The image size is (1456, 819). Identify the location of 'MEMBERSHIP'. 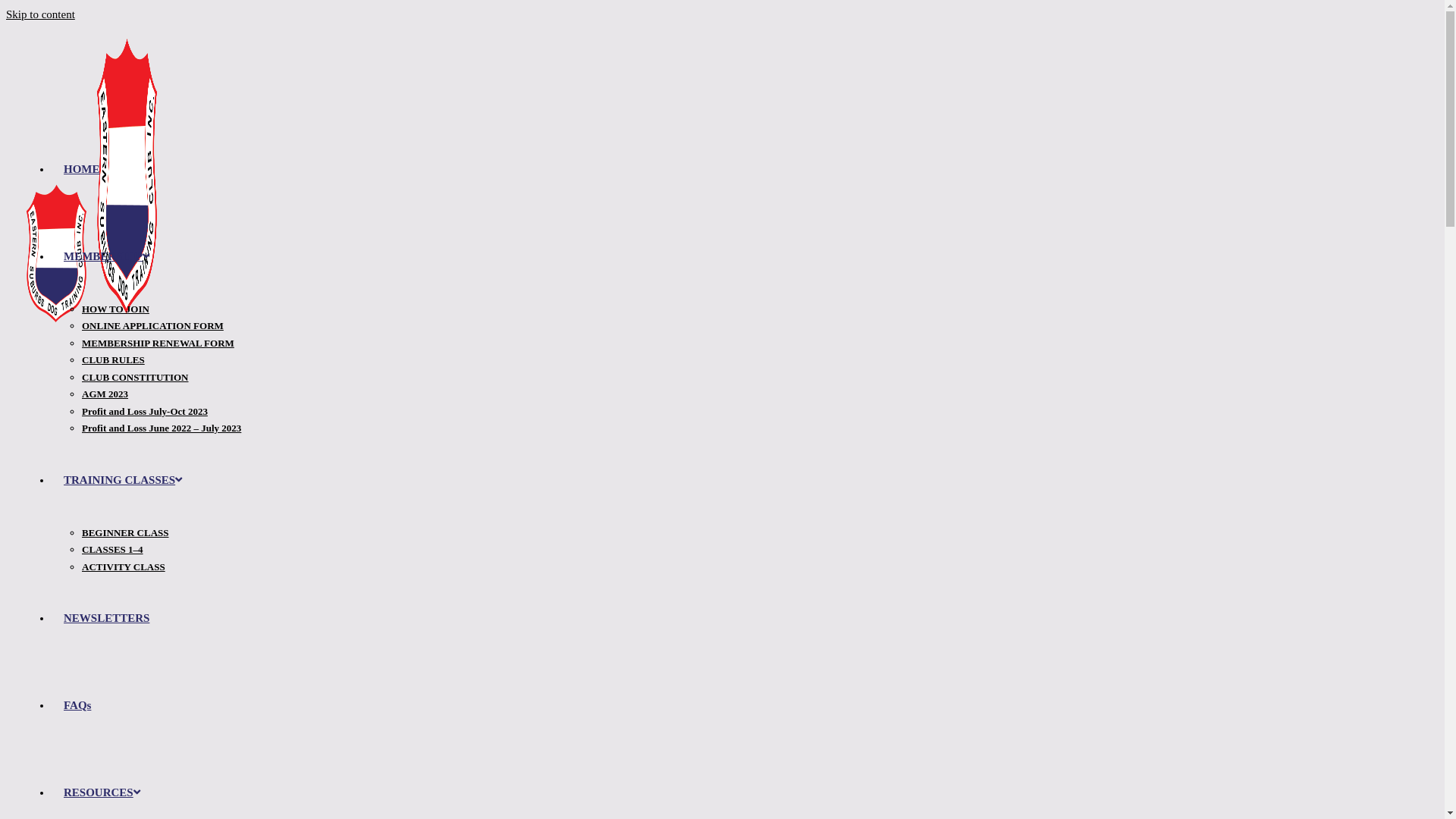
(105, 256).